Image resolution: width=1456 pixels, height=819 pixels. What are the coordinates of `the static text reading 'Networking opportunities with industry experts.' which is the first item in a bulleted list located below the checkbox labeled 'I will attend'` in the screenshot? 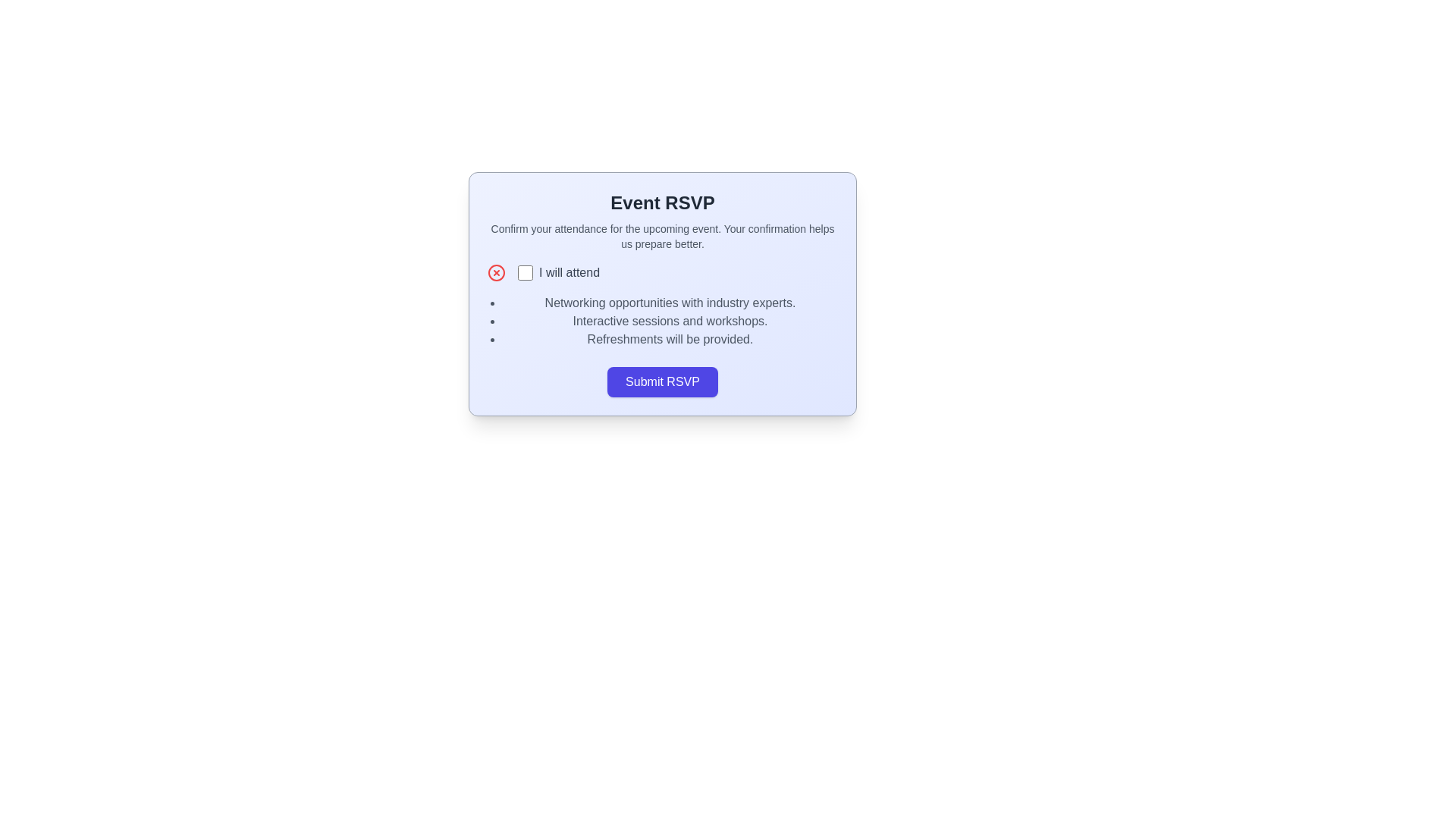 It's located at (669, 303).